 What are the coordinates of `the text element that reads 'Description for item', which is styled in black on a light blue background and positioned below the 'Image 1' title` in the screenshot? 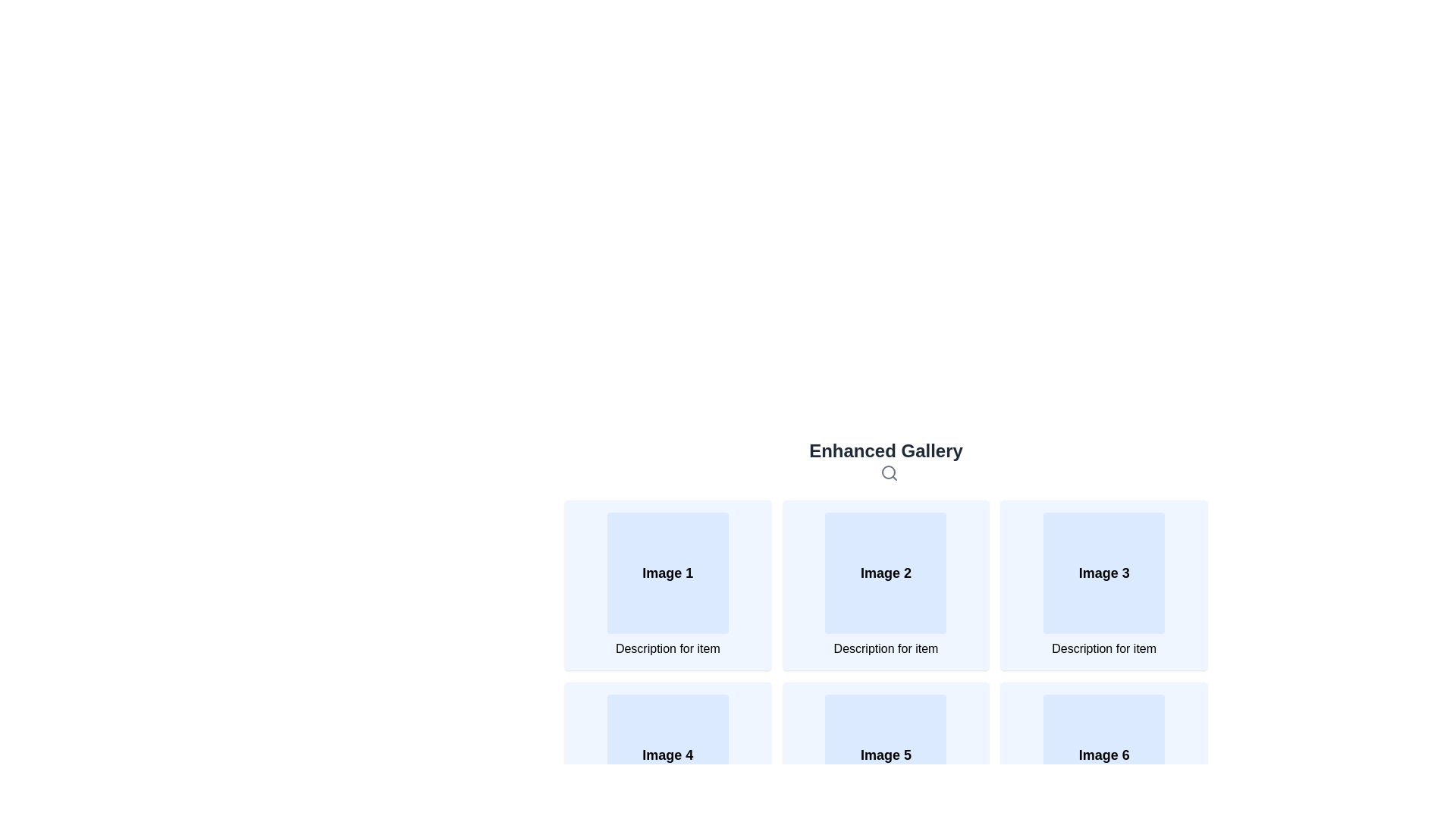 It's located at (667, 648).